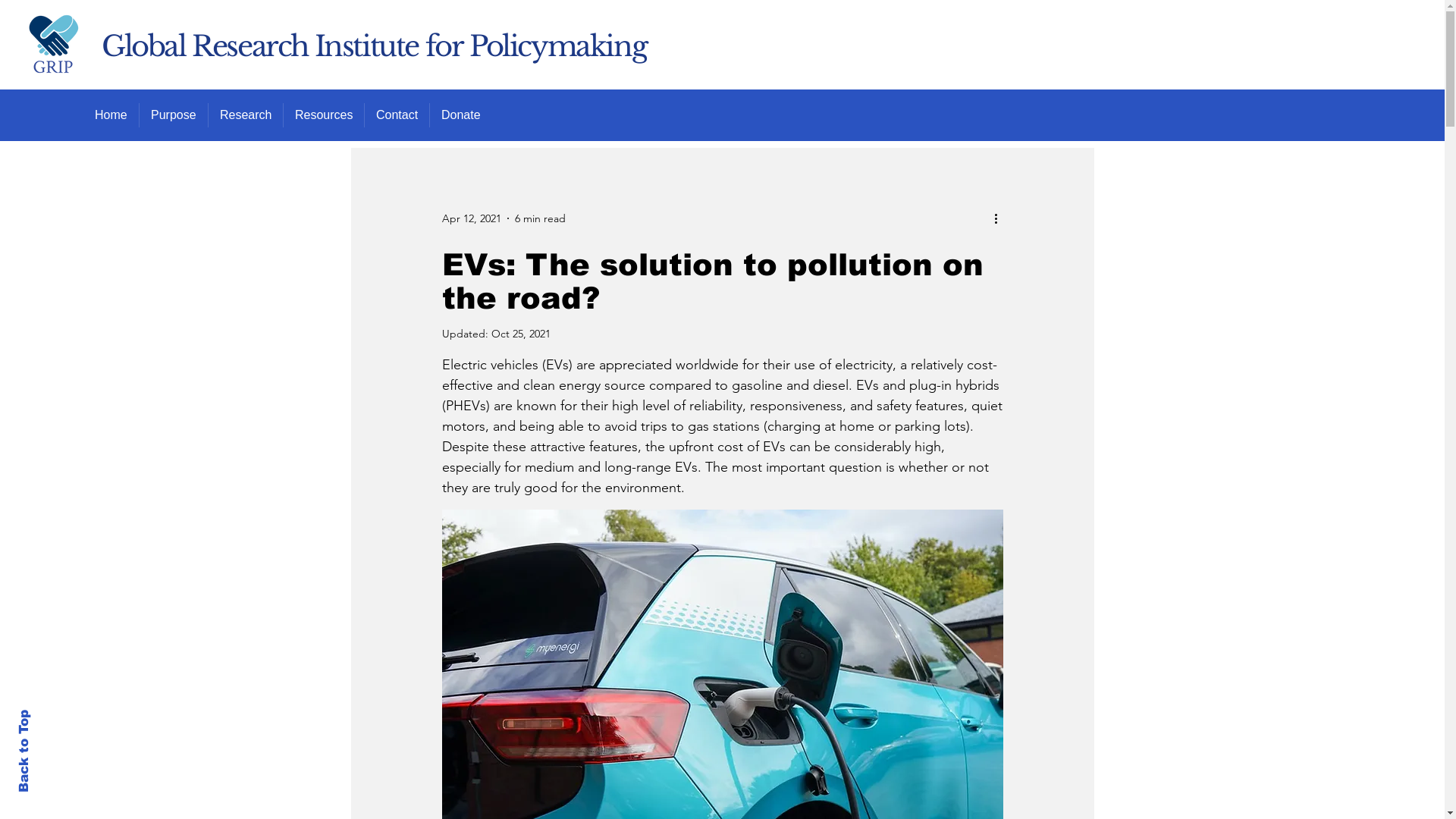  What do you see at coordinates (206, 114) in the screenshot?
I see `'Research'` at bounding box center [206, 114].